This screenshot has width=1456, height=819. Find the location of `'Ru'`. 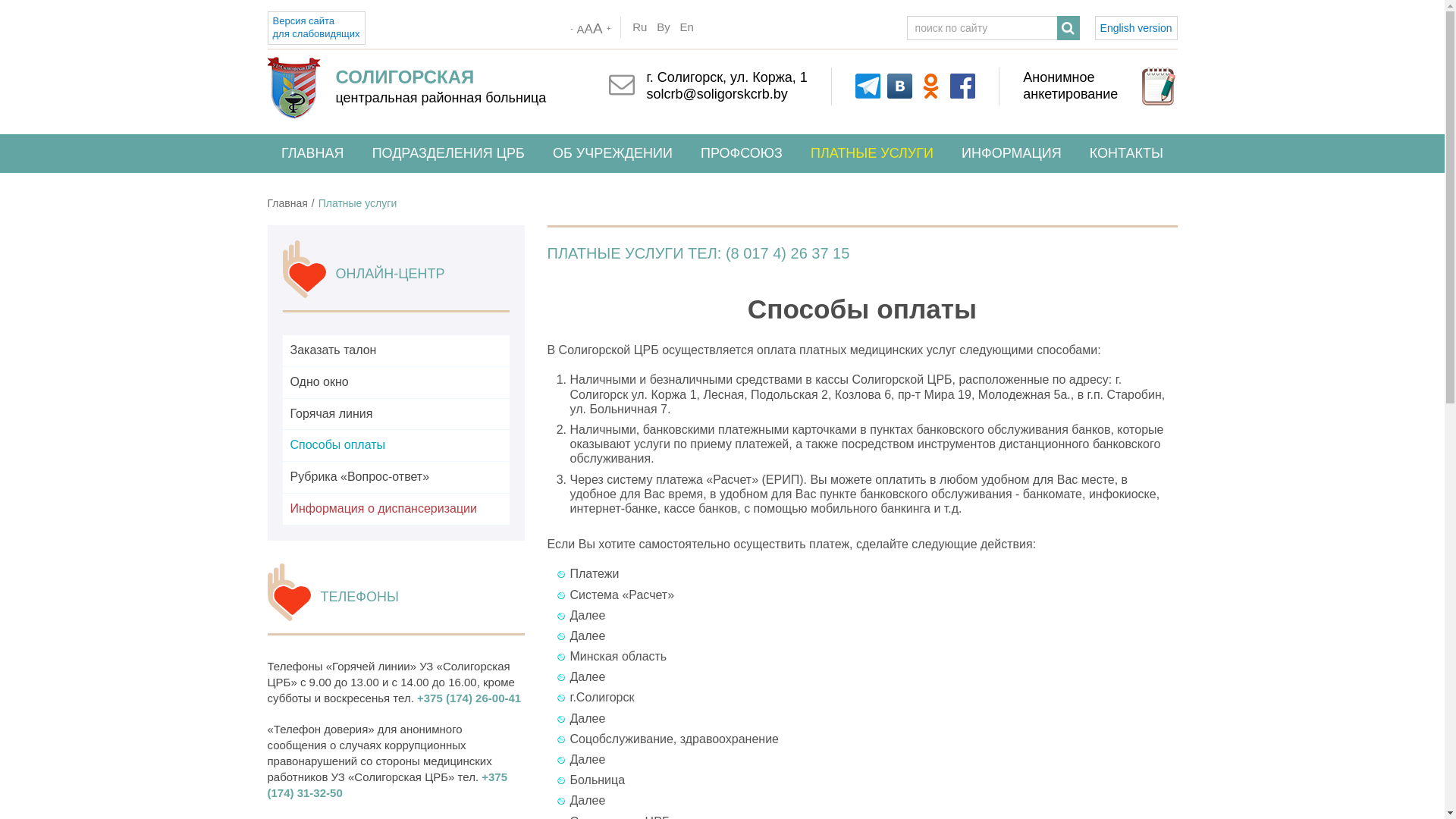

'Ru' is located at coordinates (629, 27).